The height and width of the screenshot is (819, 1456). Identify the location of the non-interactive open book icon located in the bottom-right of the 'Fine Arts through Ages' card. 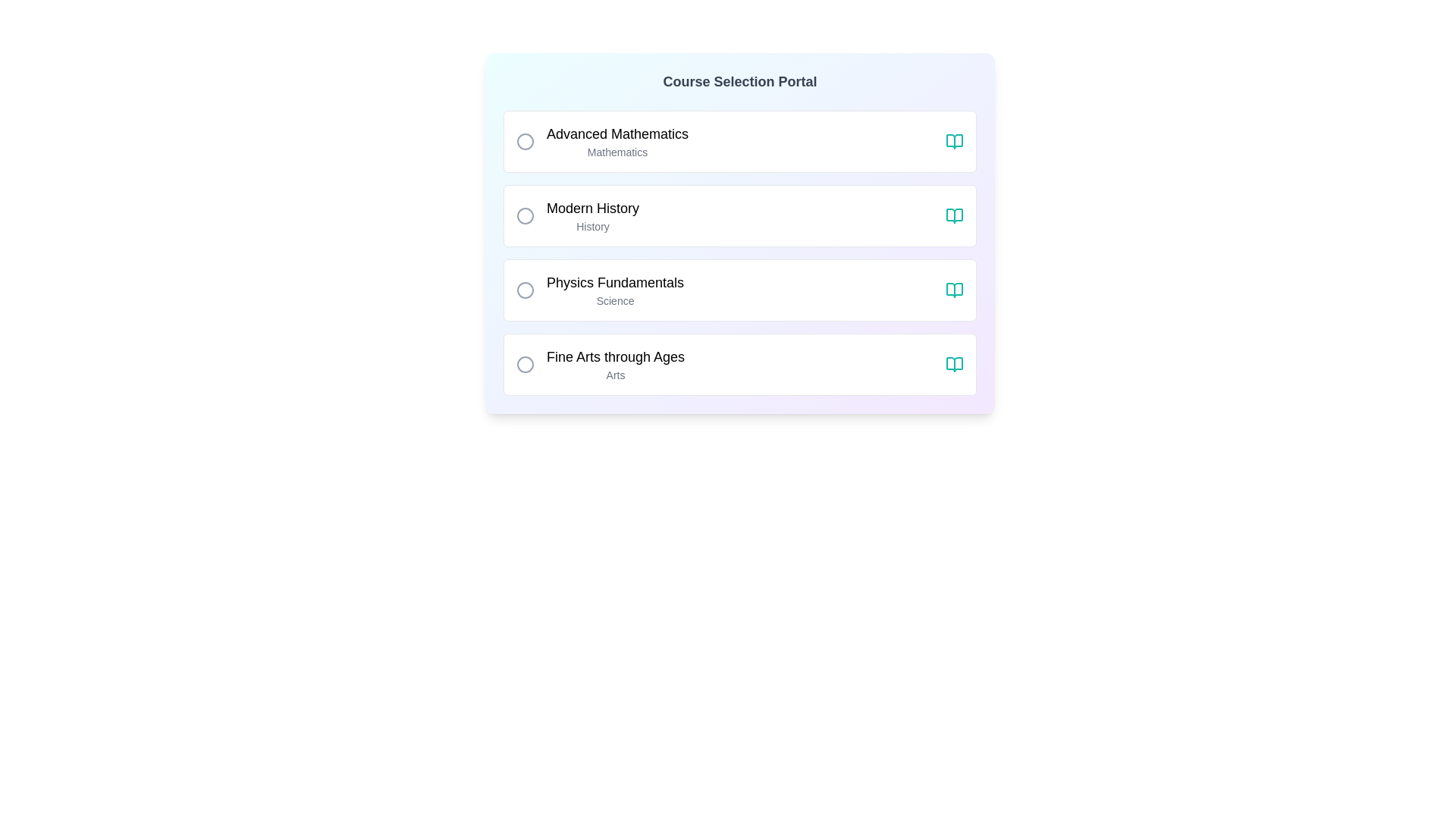
(953, 365).